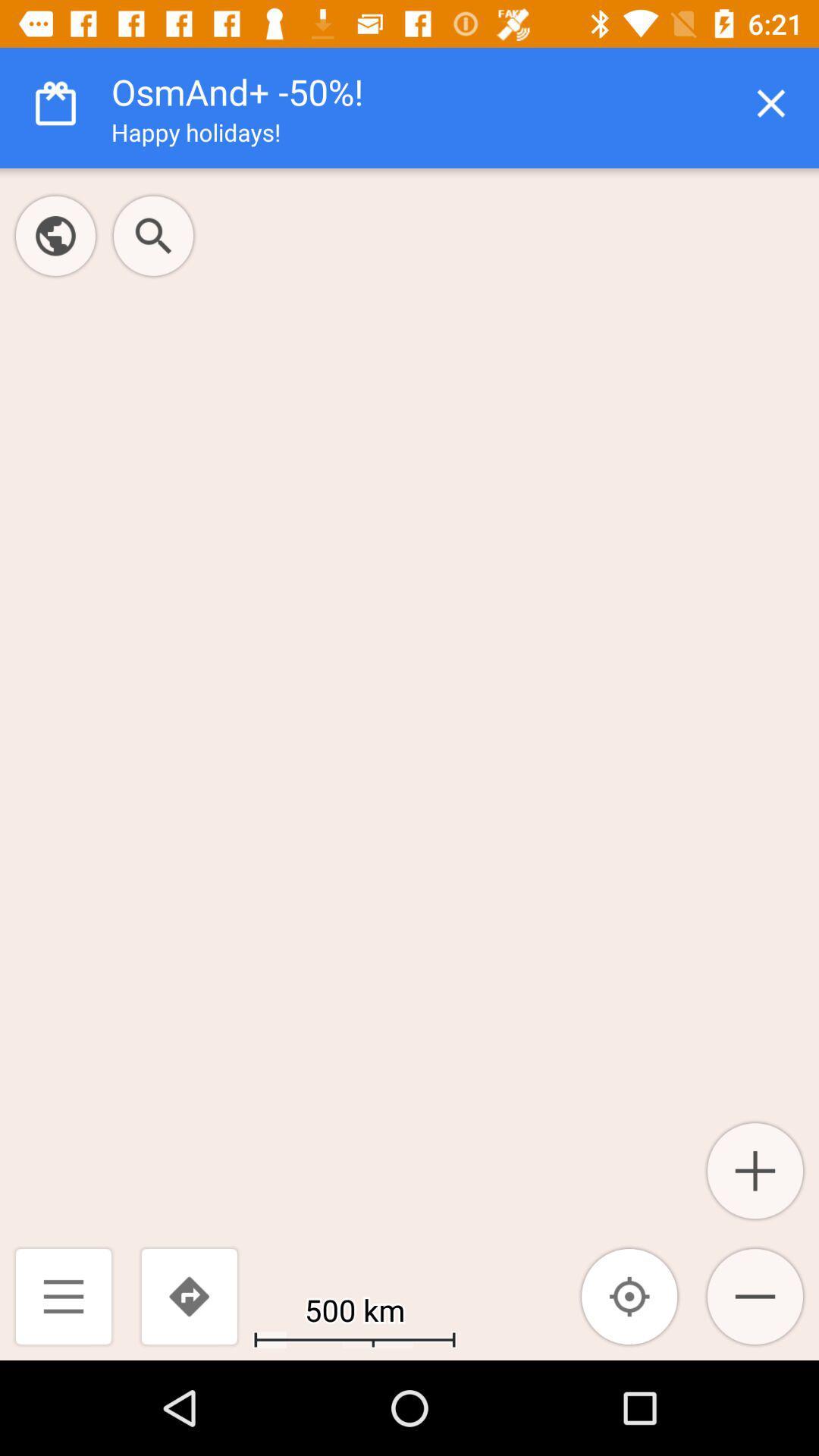  What do you see at coordinates (629, 1295) in the screenshot?
I see `item next to the 500 km` at bounding box center [629, 1295].